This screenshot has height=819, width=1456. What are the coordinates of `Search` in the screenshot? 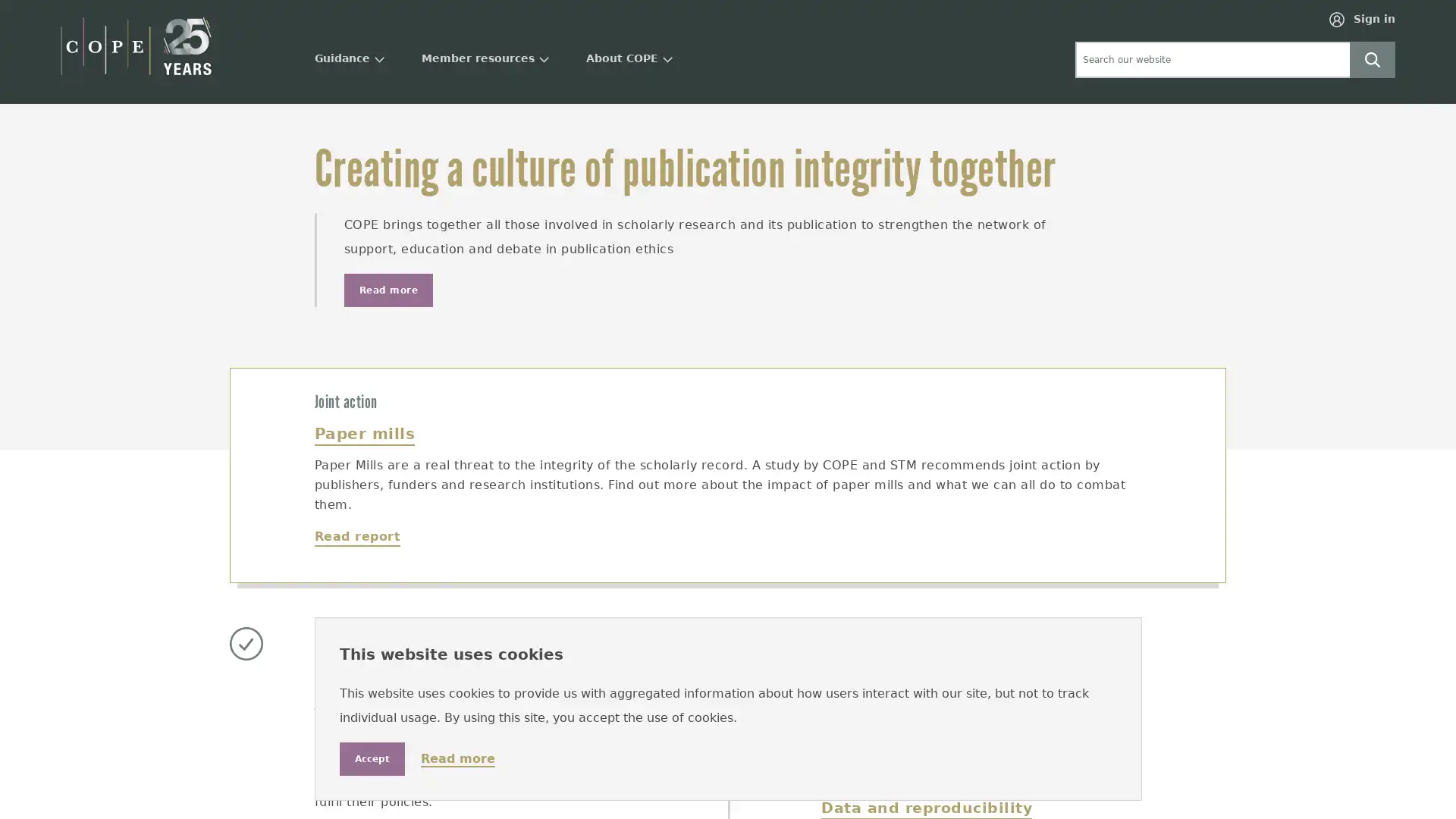 It's located at (1372, 58).